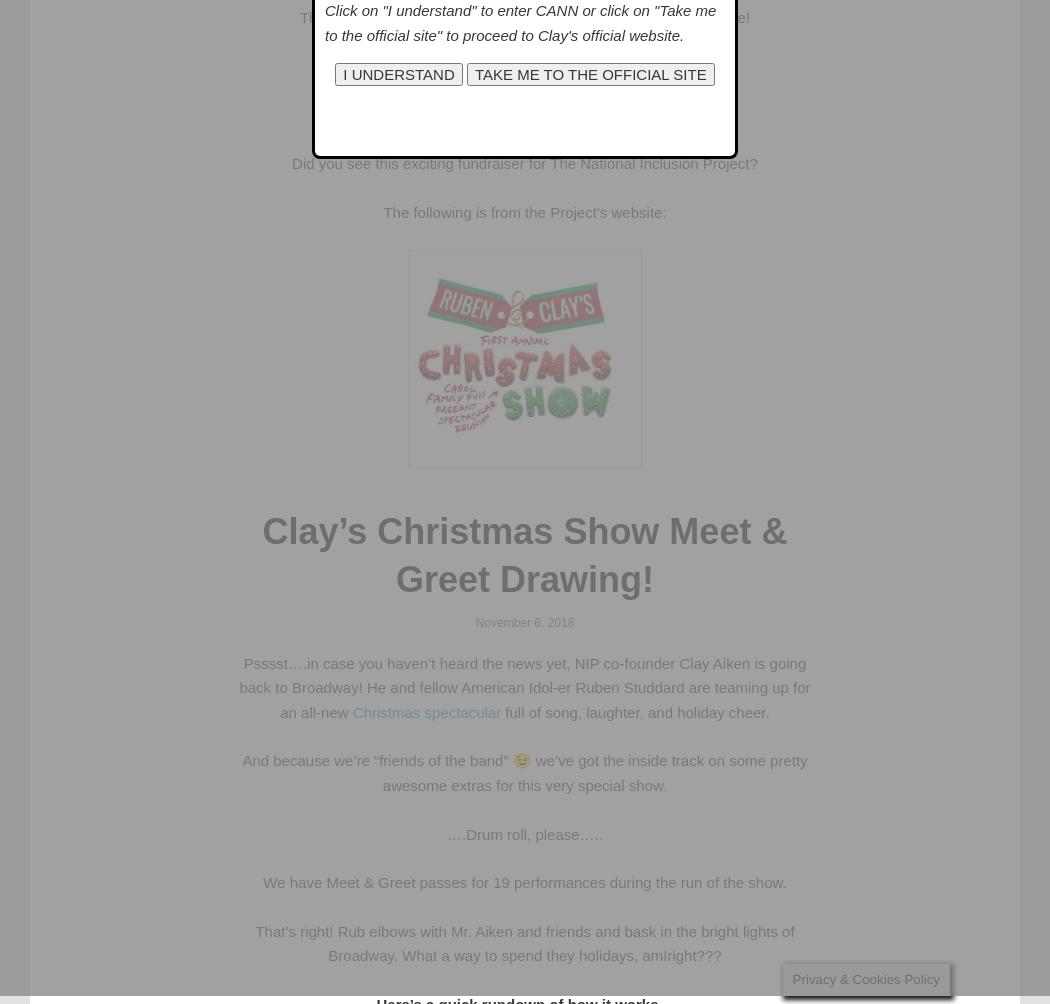  What do you see at coordinates (635, 710) in the screenshot?
I see `'full of song, laughter, and holiday cheer.'` at bounding box center [635, 710].